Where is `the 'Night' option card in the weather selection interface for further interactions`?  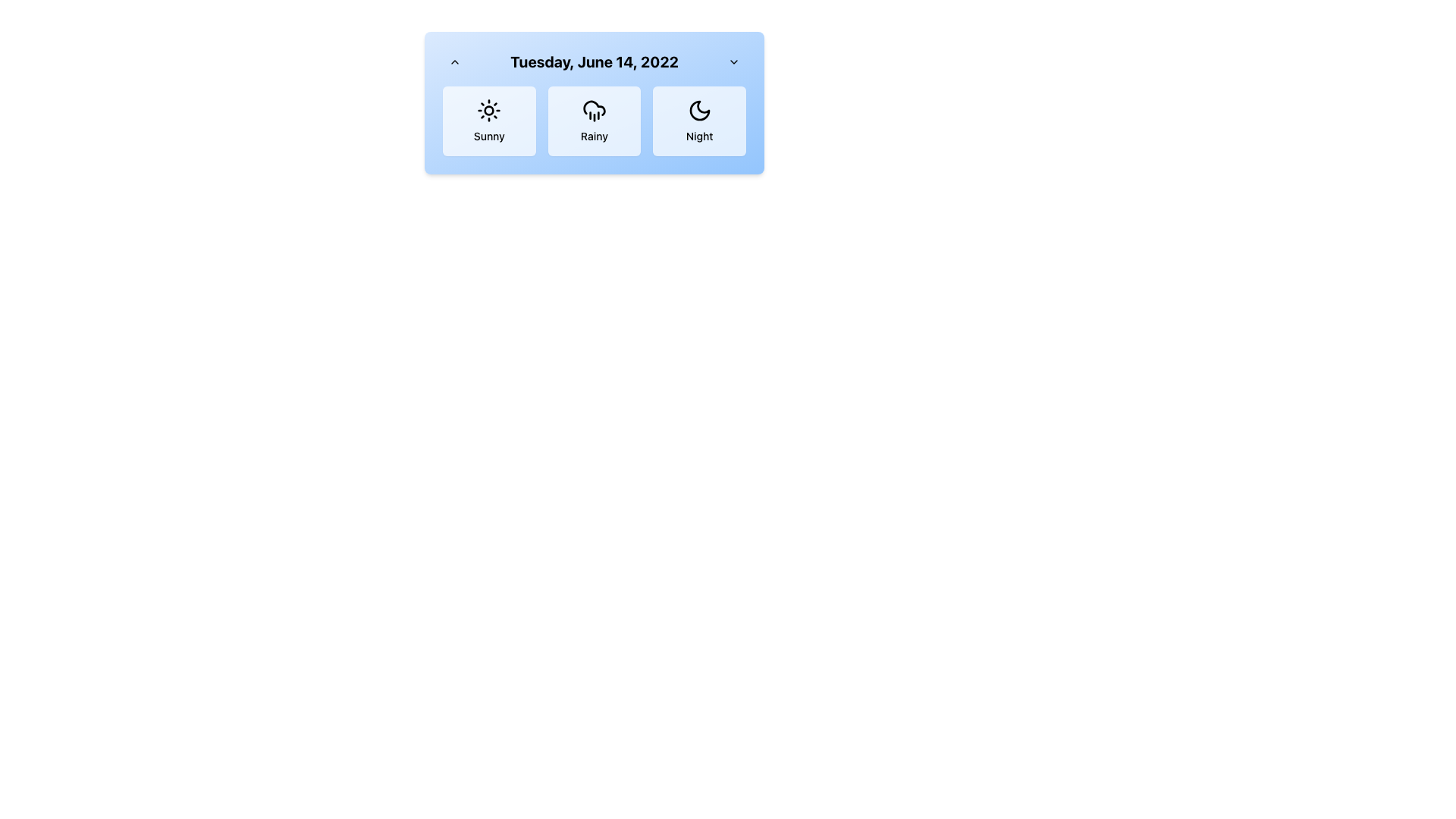 the 'Night' option card in the weather selection interface for further interactions is located at coordinates (698, 120).